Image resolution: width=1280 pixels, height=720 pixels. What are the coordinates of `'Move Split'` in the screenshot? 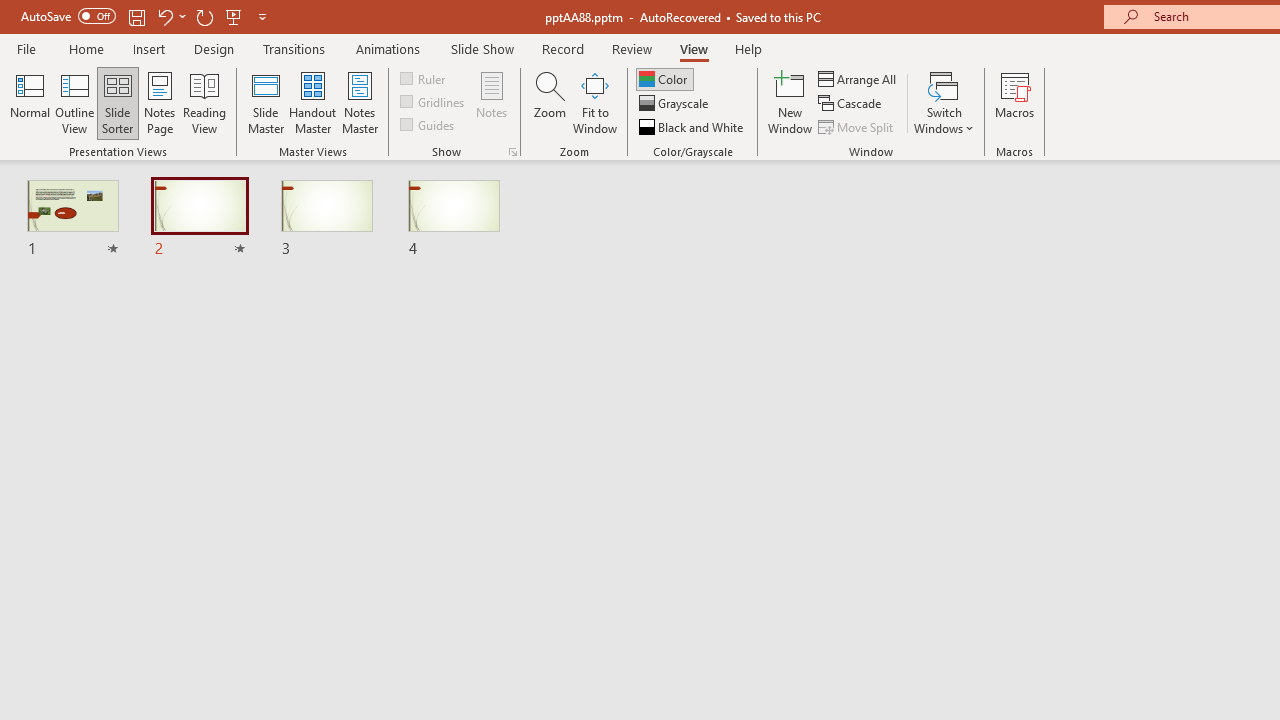 It's located at (857, 127).